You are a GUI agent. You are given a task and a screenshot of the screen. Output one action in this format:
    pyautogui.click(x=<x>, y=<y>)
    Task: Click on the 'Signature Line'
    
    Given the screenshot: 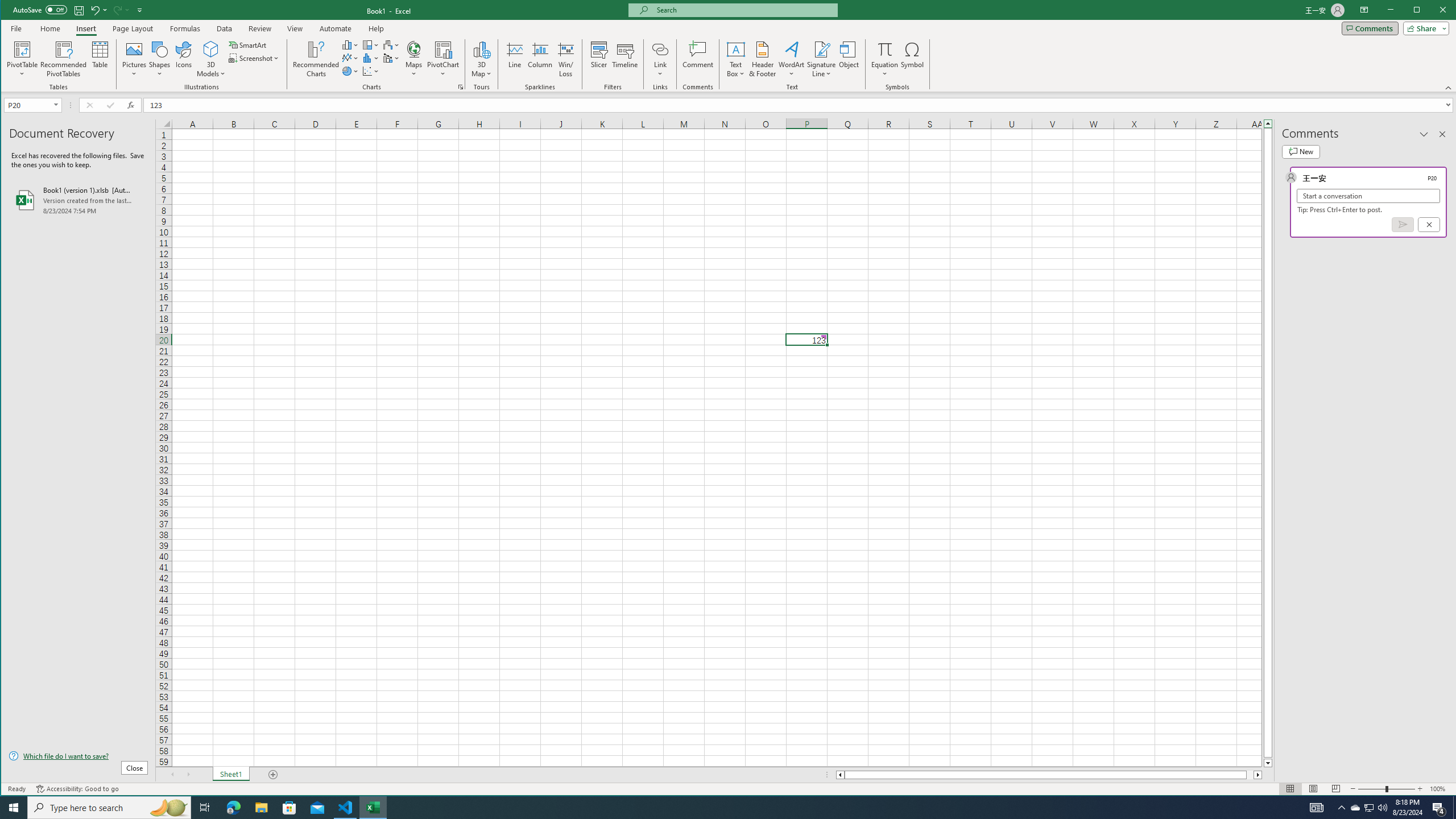 What is the action you would take?
    pyautogui.click(x=821, y=48)
    